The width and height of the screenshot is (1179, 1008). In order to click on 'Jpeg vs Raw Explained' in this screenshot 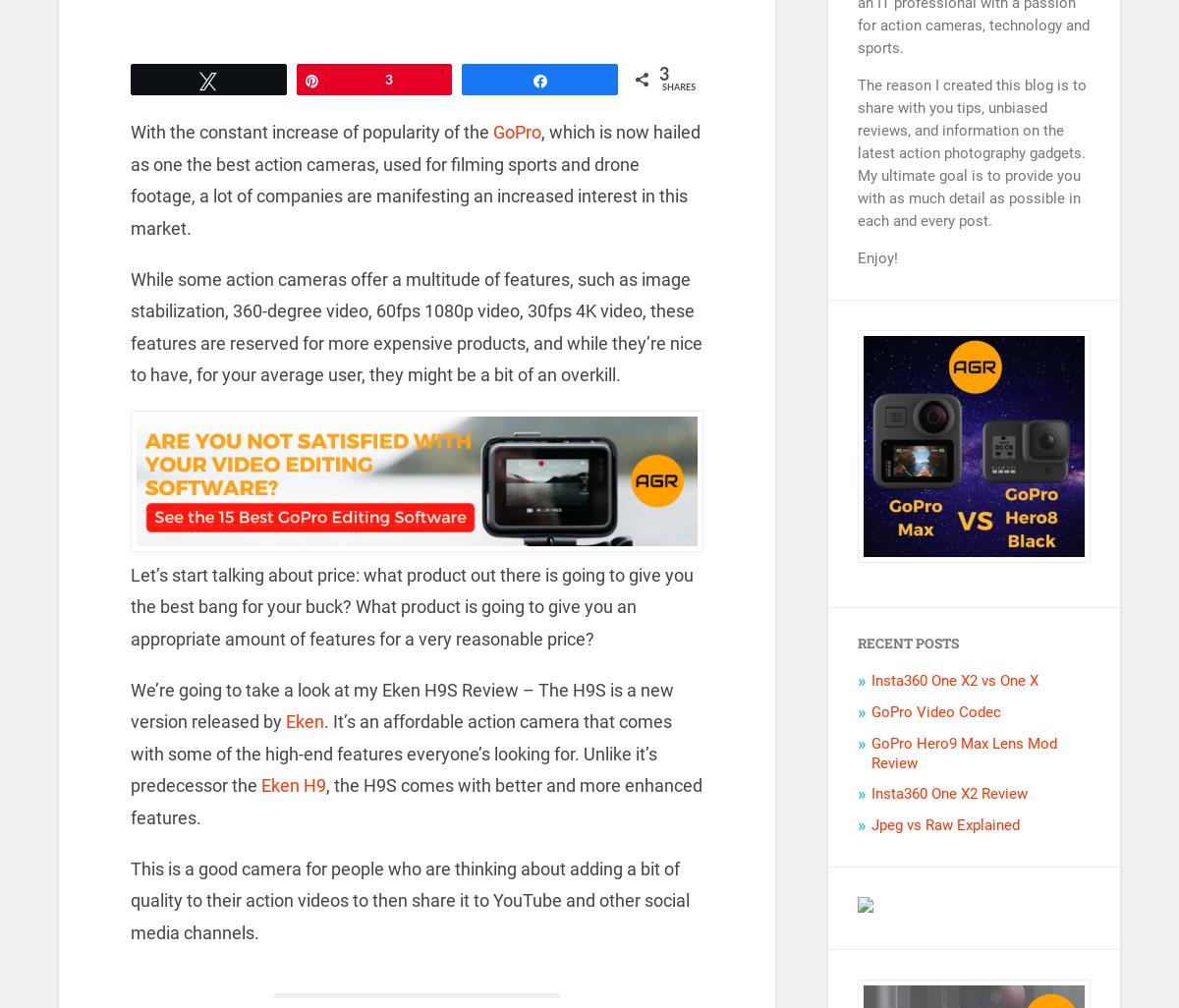, I will do `click(945, 824)`.